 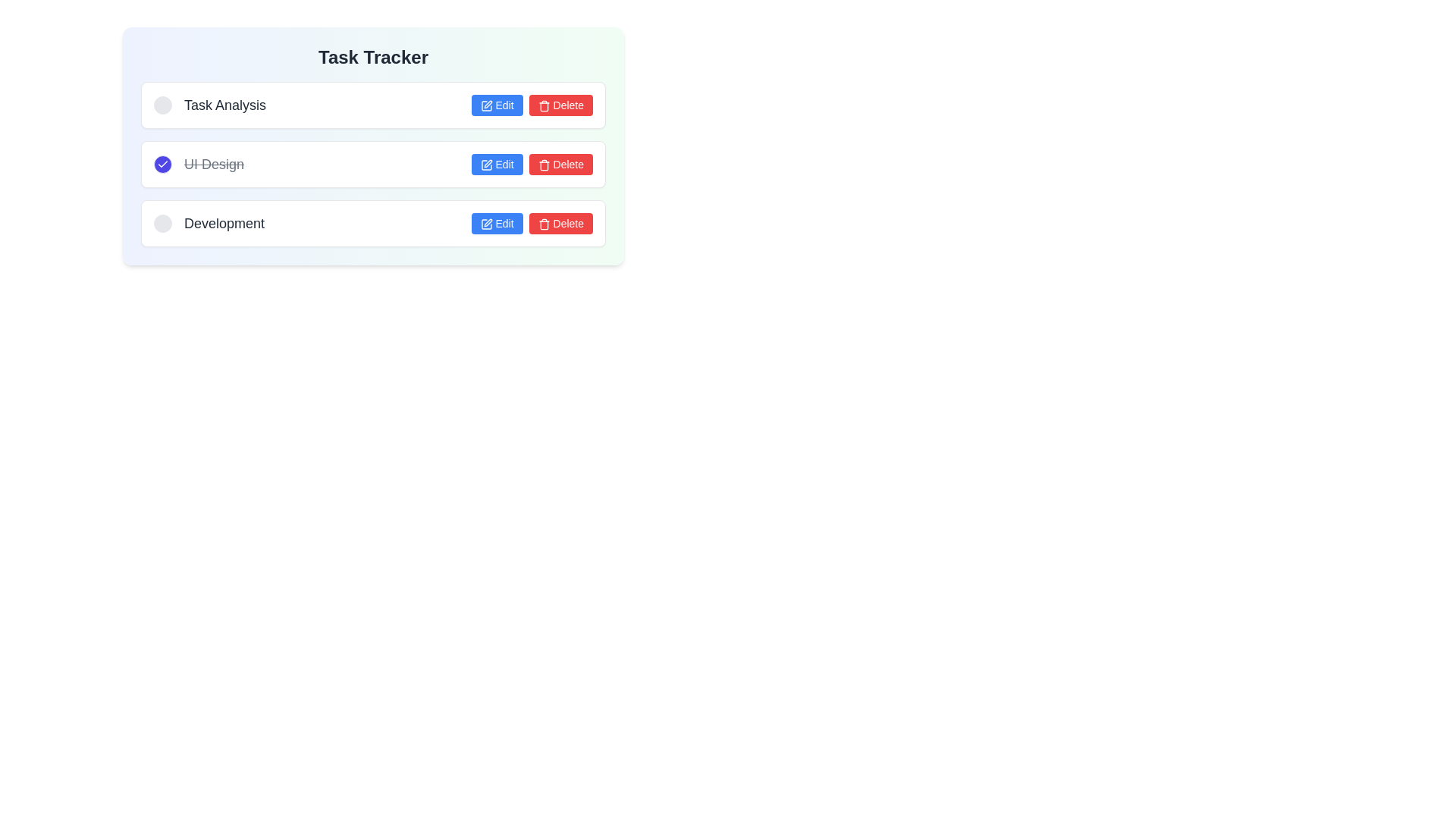 What do you see at coordinates (486, 224) in the screenshot?
I see `the thin, hollow outlined square icon representing the 'Edit' button located to the right of the 'Development' task for additional information` at bounding box center [486, 224].